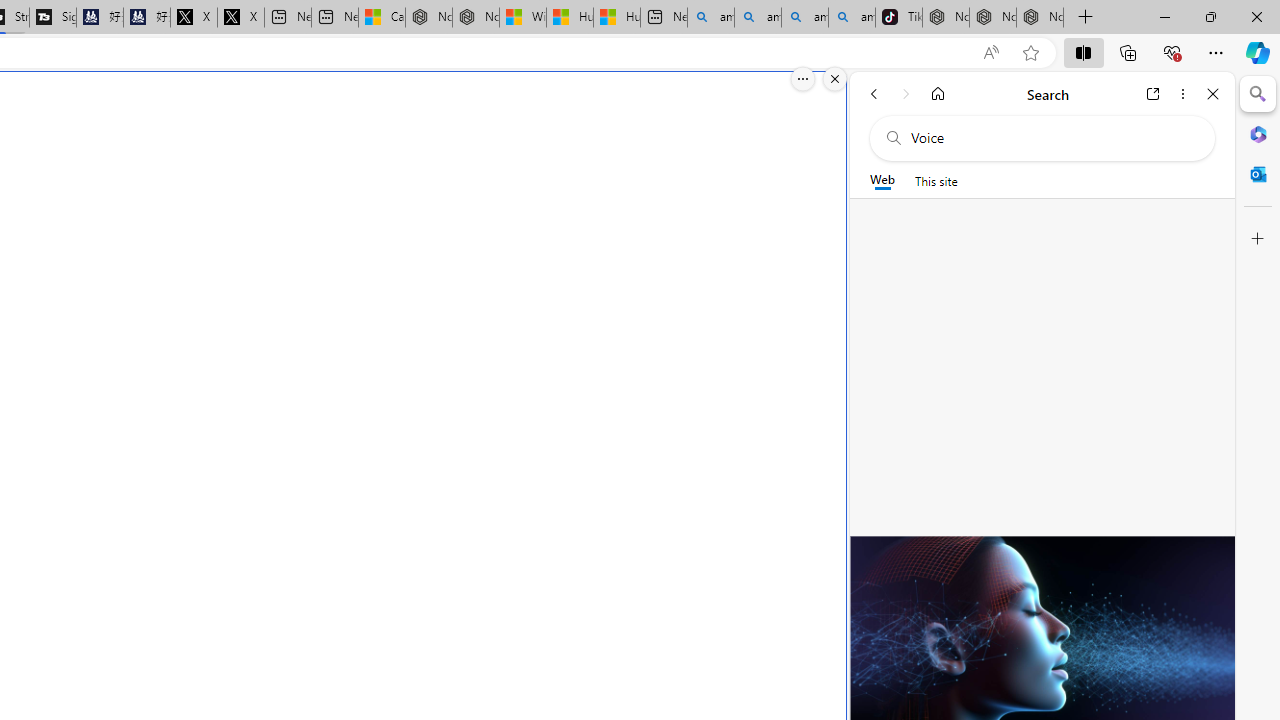 Image resolution: width=1280 pixels, height=720 pixels. I want to click on 'This site scope', so click(935, 180).